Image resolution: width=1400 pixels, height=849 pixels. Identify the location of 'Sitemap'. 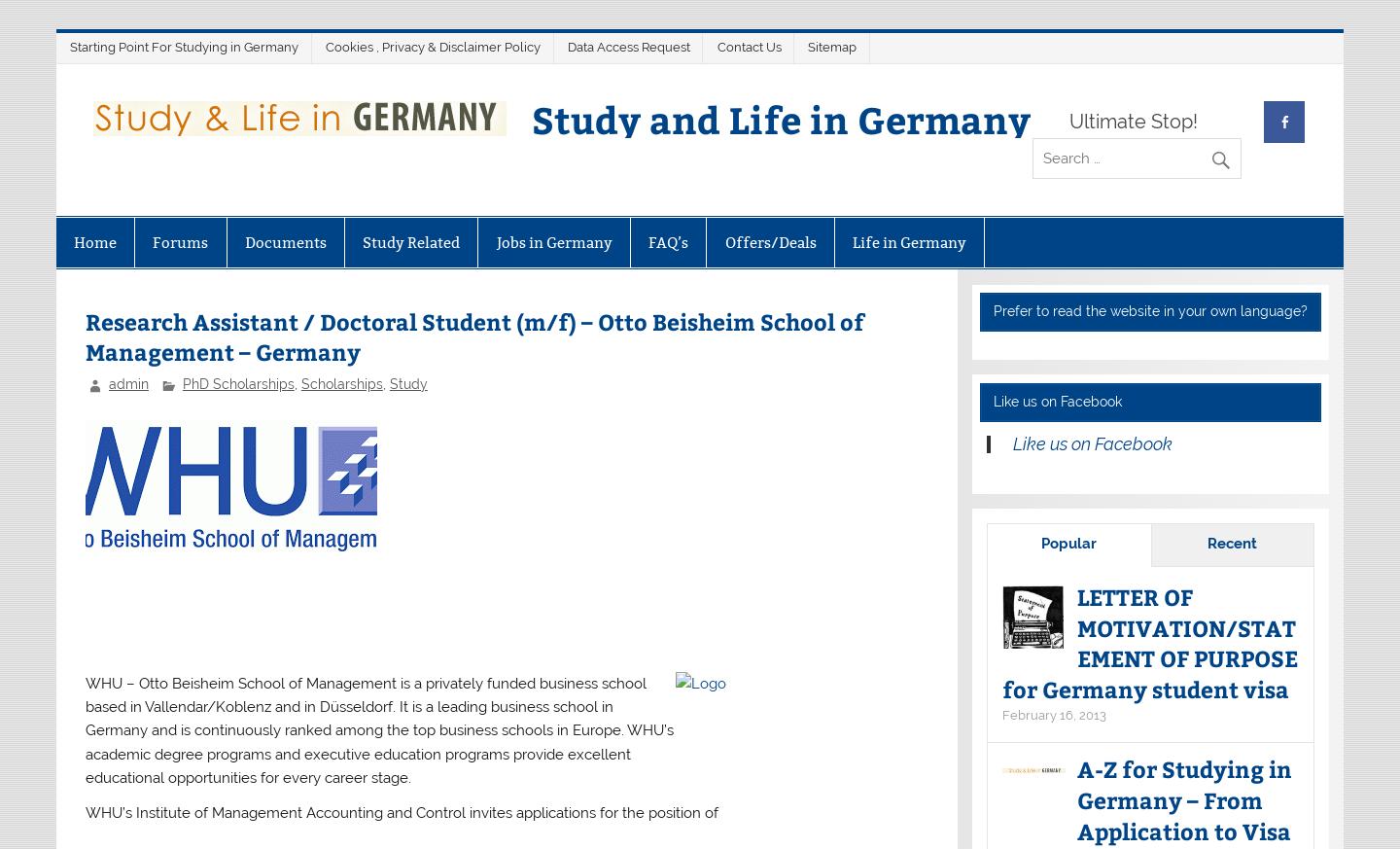
(830, 46).